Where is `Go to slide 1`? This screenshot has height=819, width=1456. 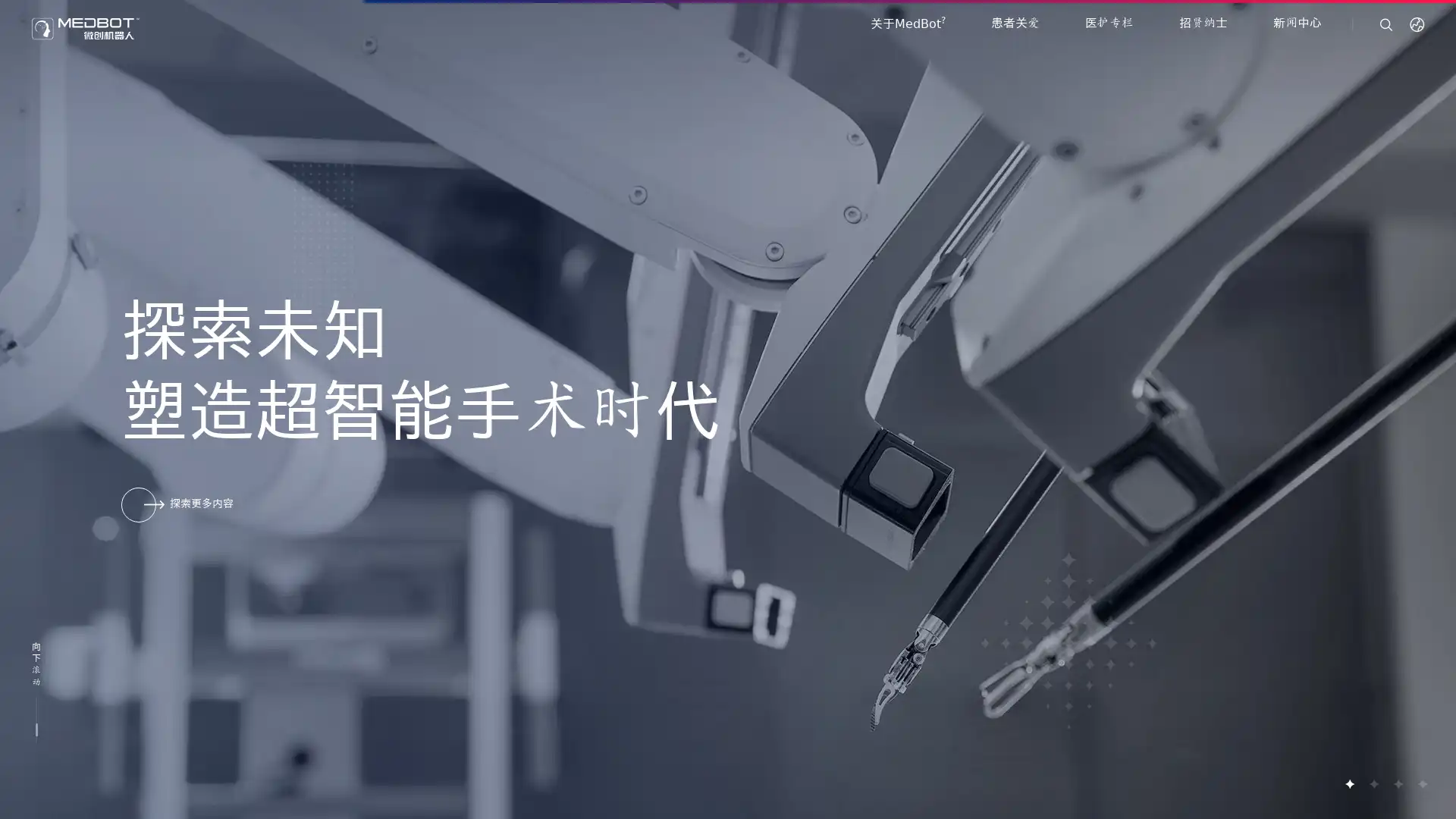 Go to slide 1 is located at coordinates (1349, 783).